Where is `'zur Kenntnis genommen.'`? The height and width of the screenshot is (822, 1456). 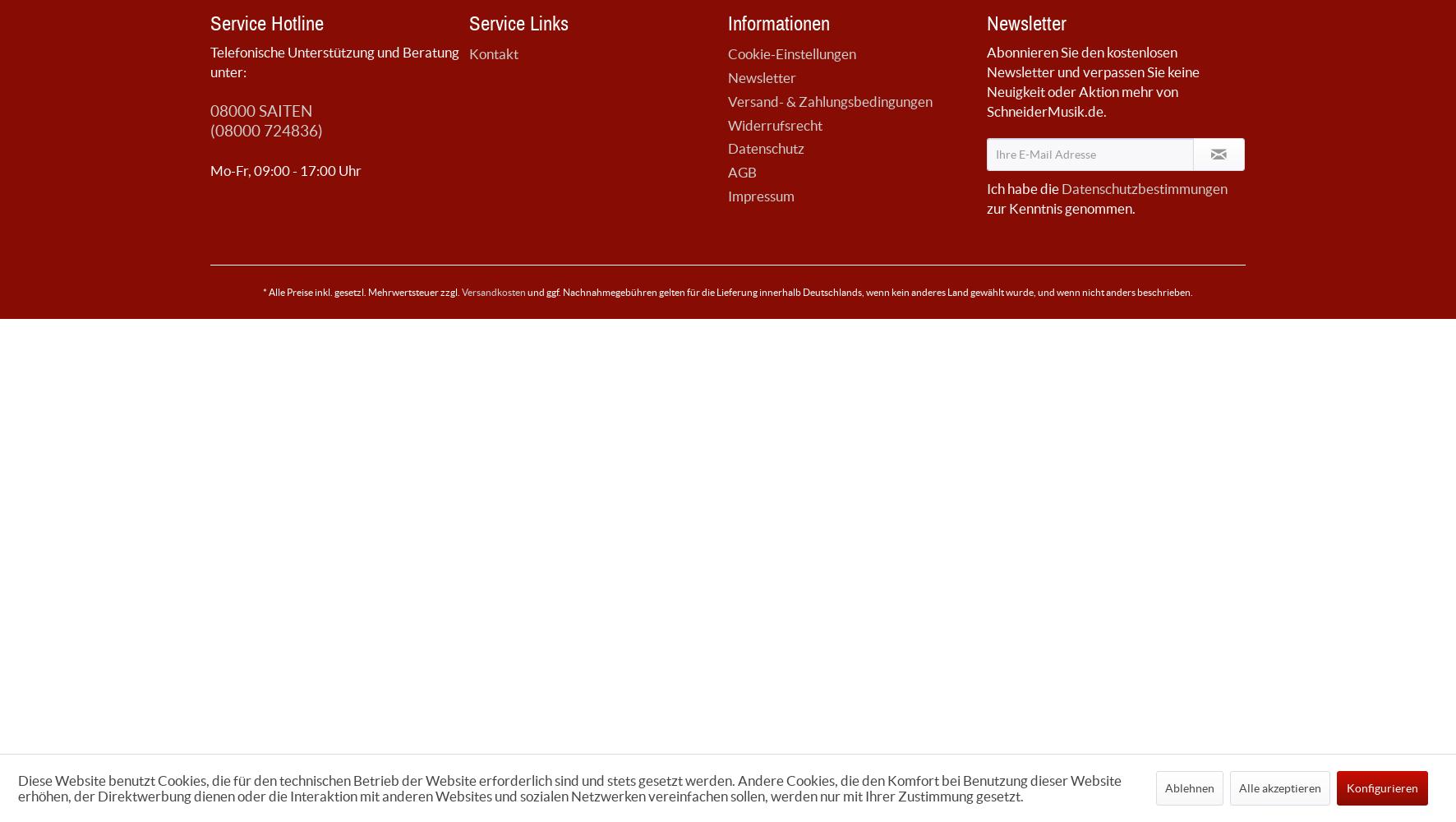
'zur Kenntnis genommen.' is located at coordinates (1061, 207).